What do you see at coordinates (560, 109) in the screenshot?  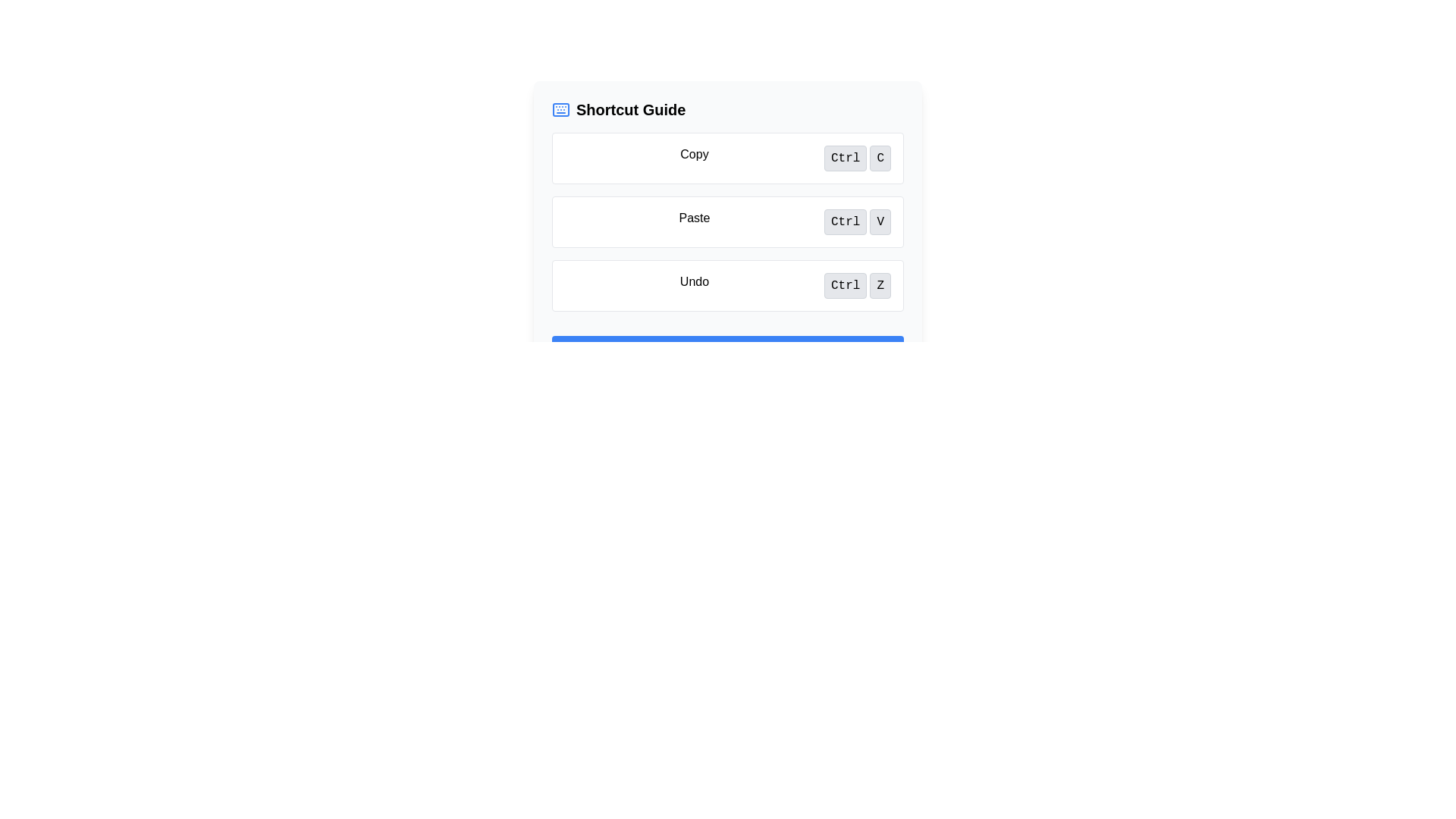 I see `the decorative vector component styled as a key in the SVG keyboard icon located near the heading 'Shortcut Guide'` at bounding box center [560, 109].